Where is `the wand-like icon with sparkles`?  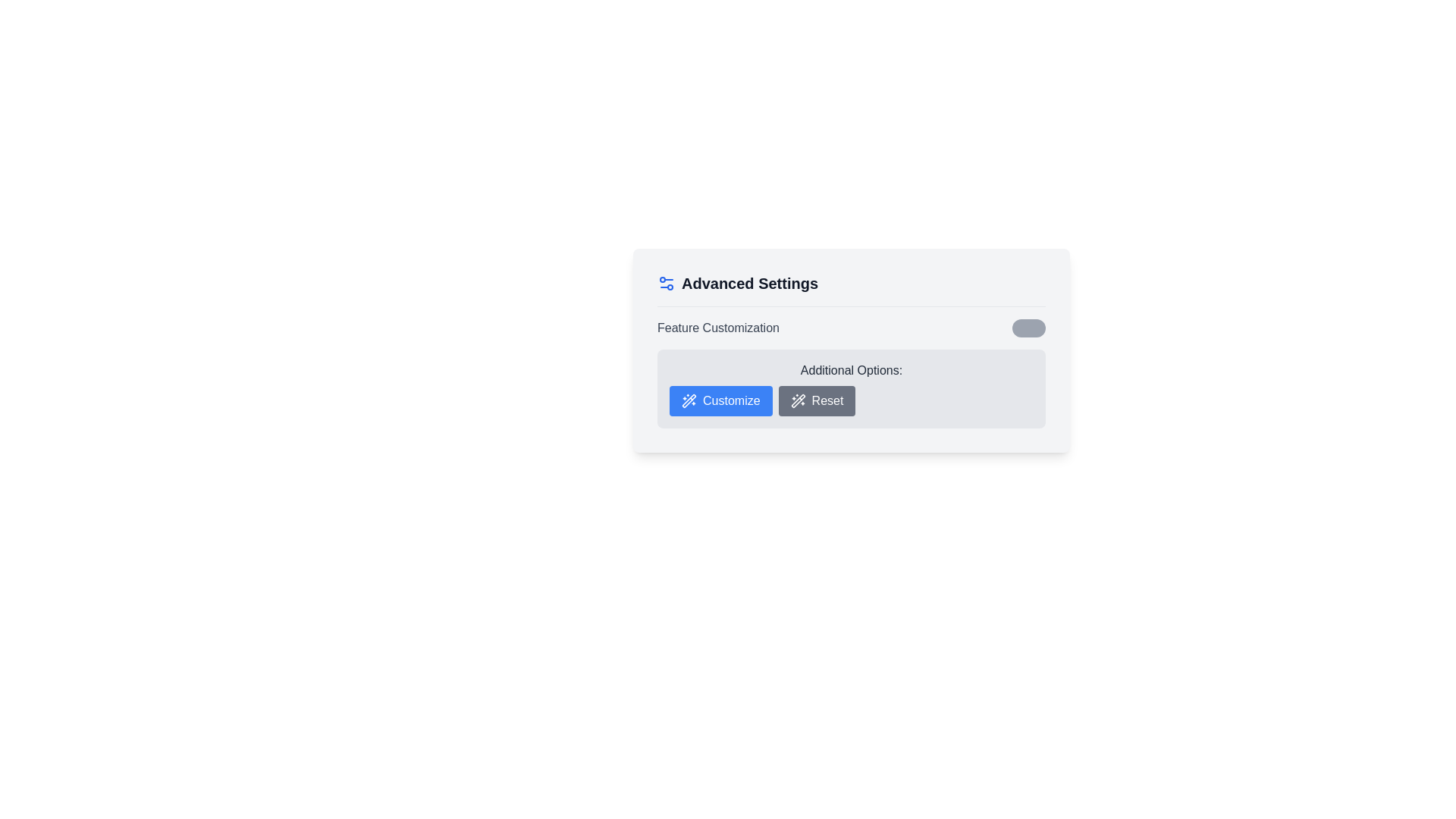 the wand-like icon with sparkles is located at coordinates (797, 400).